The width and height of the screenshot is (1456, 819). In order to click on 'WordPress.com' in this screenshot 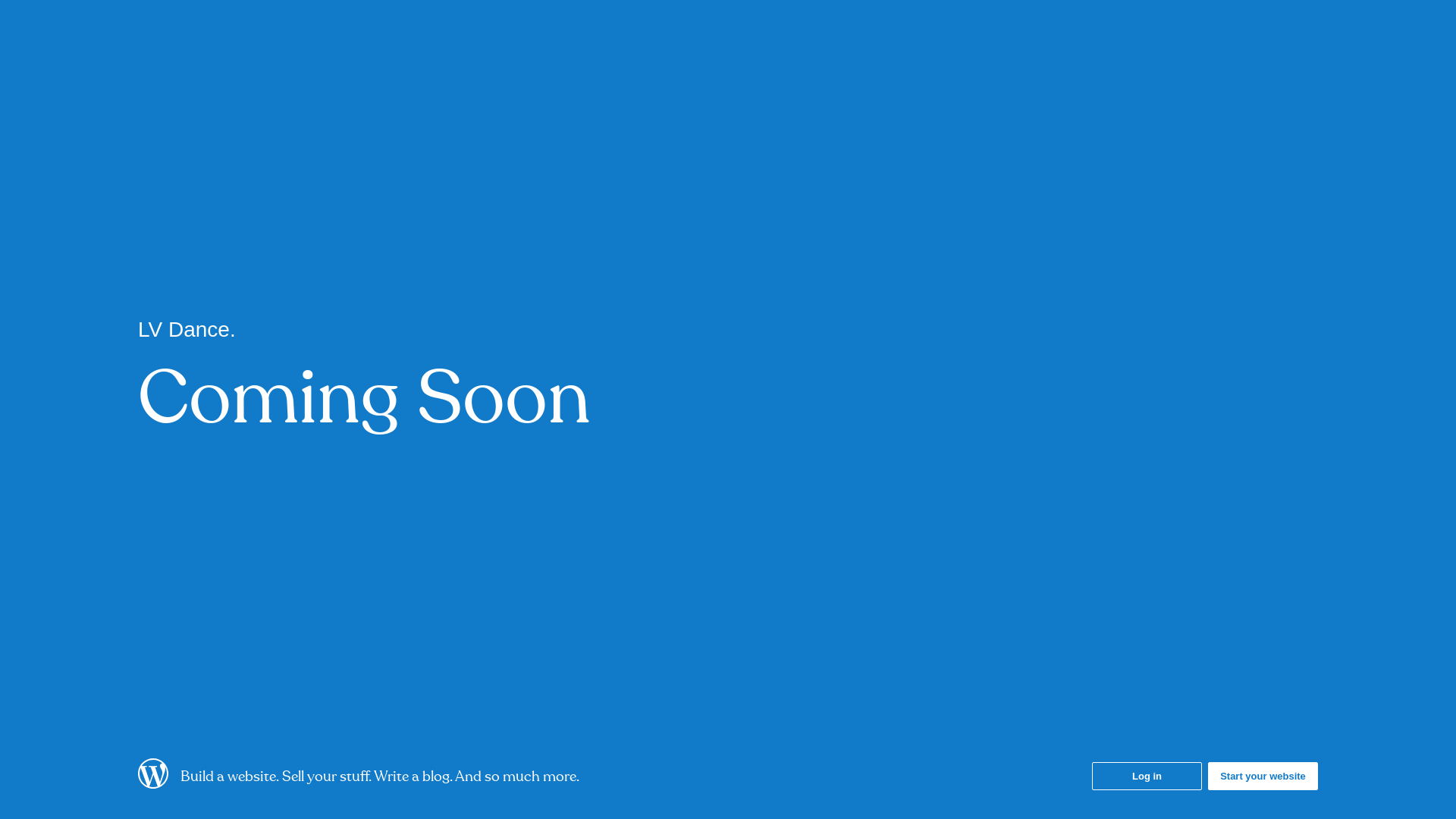, I will do `click(152, 783)`.